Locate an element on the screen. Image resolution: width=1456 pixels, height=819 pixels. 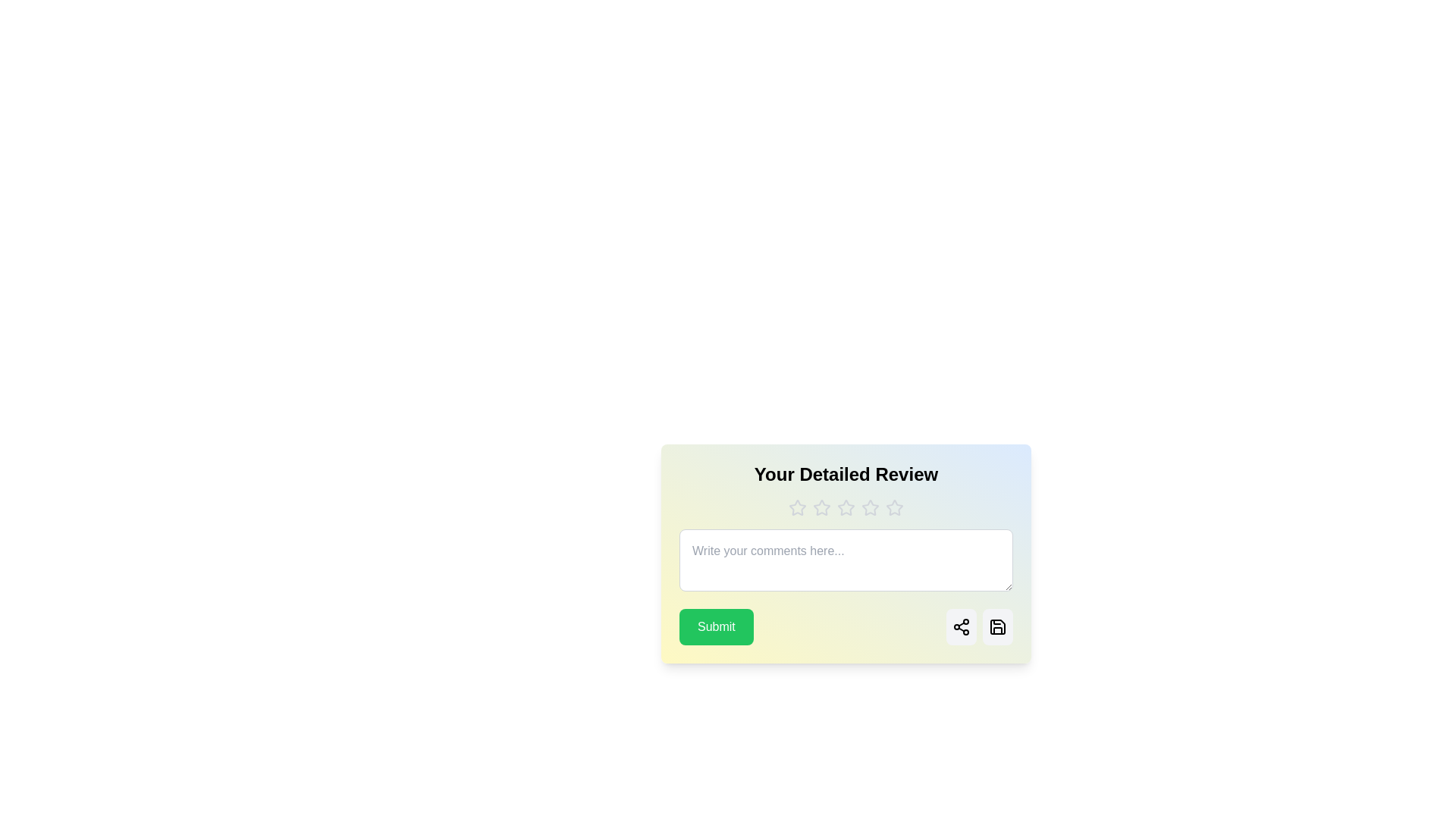
the submit button to submit the review is located at coordinates (715, 626).